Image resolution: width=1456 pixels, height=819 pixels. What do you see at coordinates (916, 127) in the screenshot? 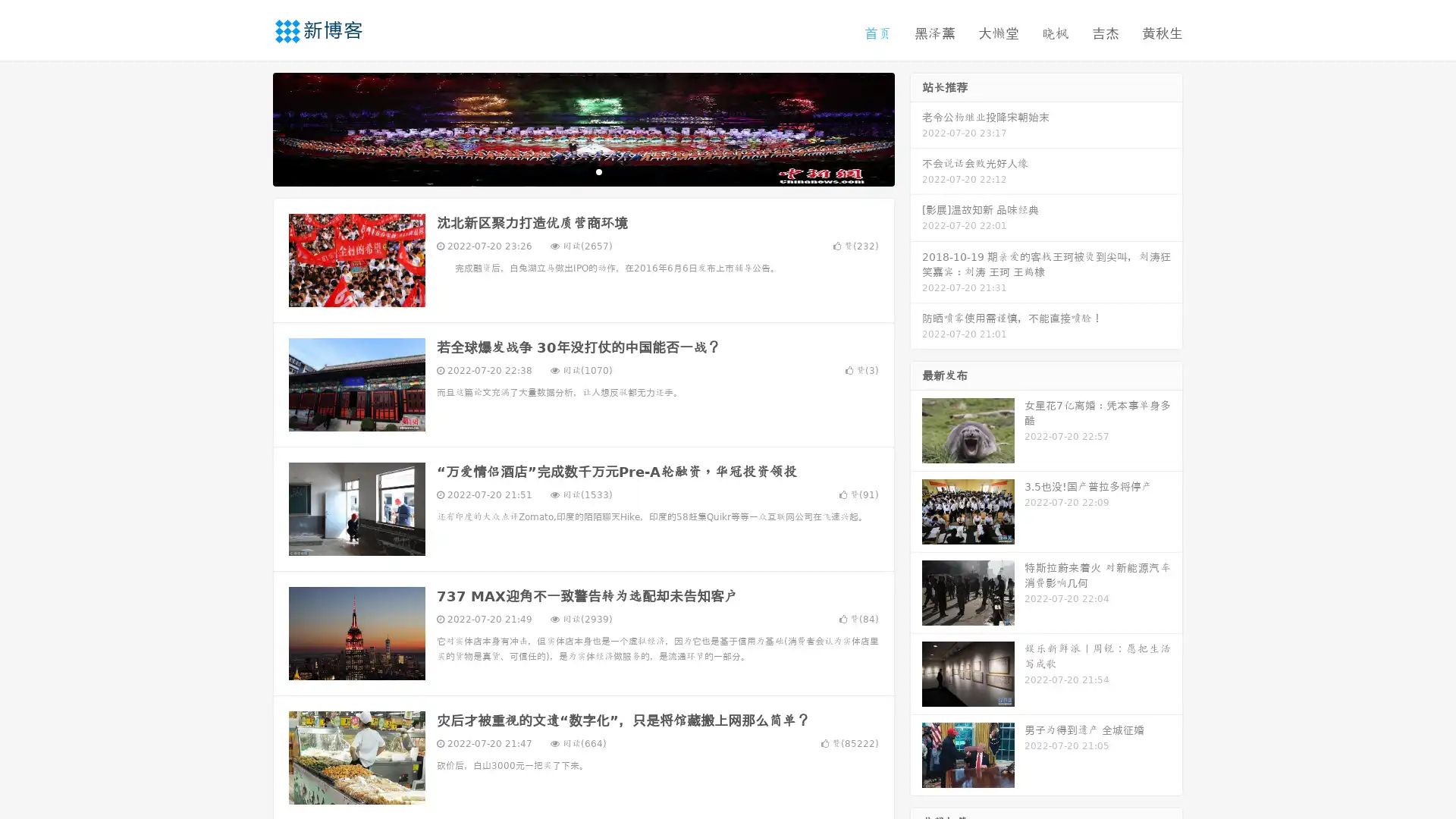
I see `Next slide` at bounding box center [916, 127].